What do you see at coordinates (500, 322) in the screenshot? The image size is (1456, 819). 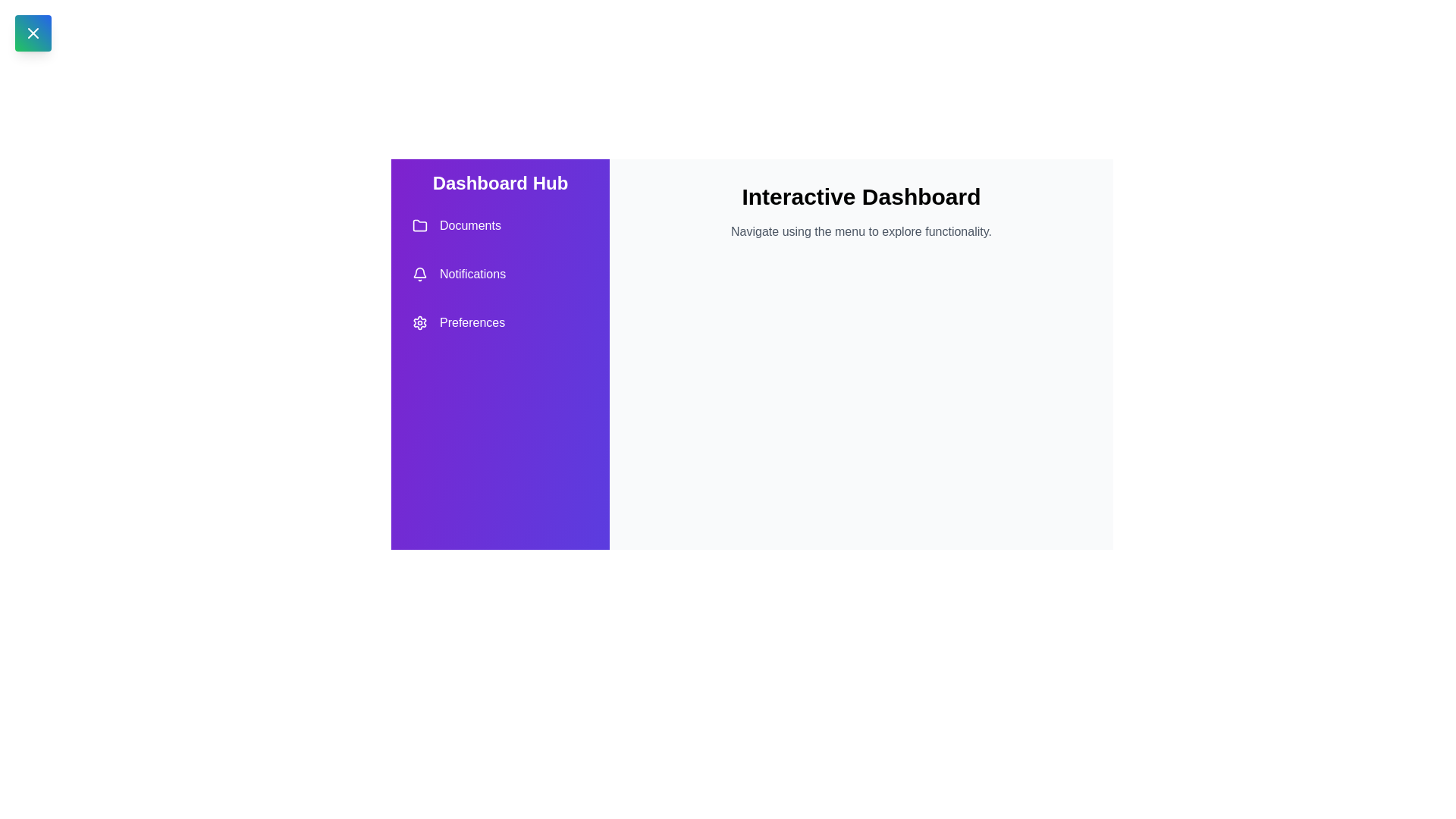 I see `the 'Preferences' menu option in the drawer` at bounding box center [500, 322].